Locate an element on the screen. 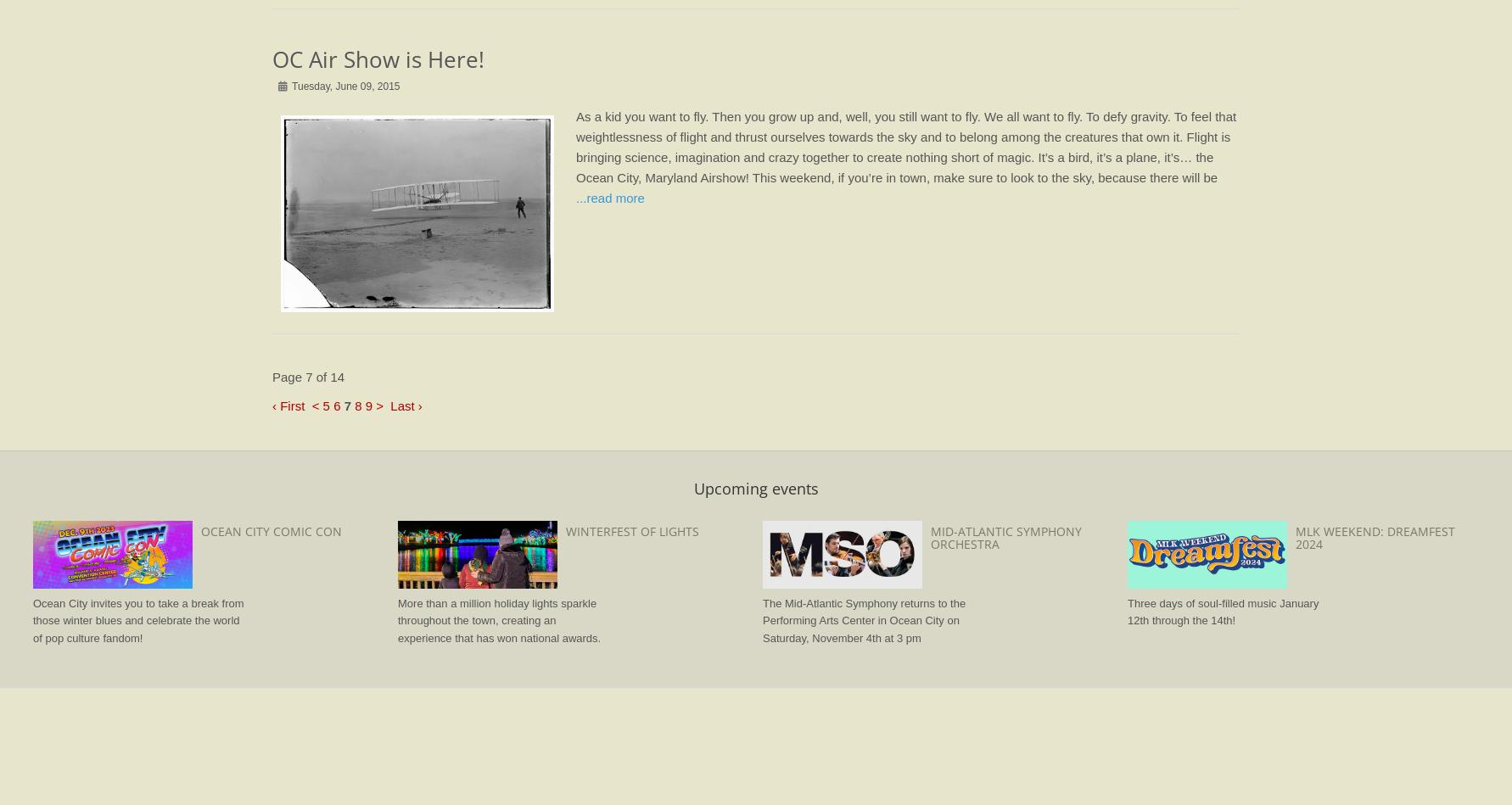 This screenshot has height=805, width=1512. 'As a kid you want to fly. Then you grow up and, well, you still want to fly. We all want to fly. To defy gravity. To feel that weightlessness of flight and thrust ourselves towards the sky and to belong among the creatures that own it. Flight is bringing science, imagination and crazy together to create nothing short of magic. It’s a bird, it’s a plane, it’s… the Ocean City, Maryland Airshow! This weekend, if you’re in town, make sure to look to the sky, because there will be' is located at coordinates (574, 145).